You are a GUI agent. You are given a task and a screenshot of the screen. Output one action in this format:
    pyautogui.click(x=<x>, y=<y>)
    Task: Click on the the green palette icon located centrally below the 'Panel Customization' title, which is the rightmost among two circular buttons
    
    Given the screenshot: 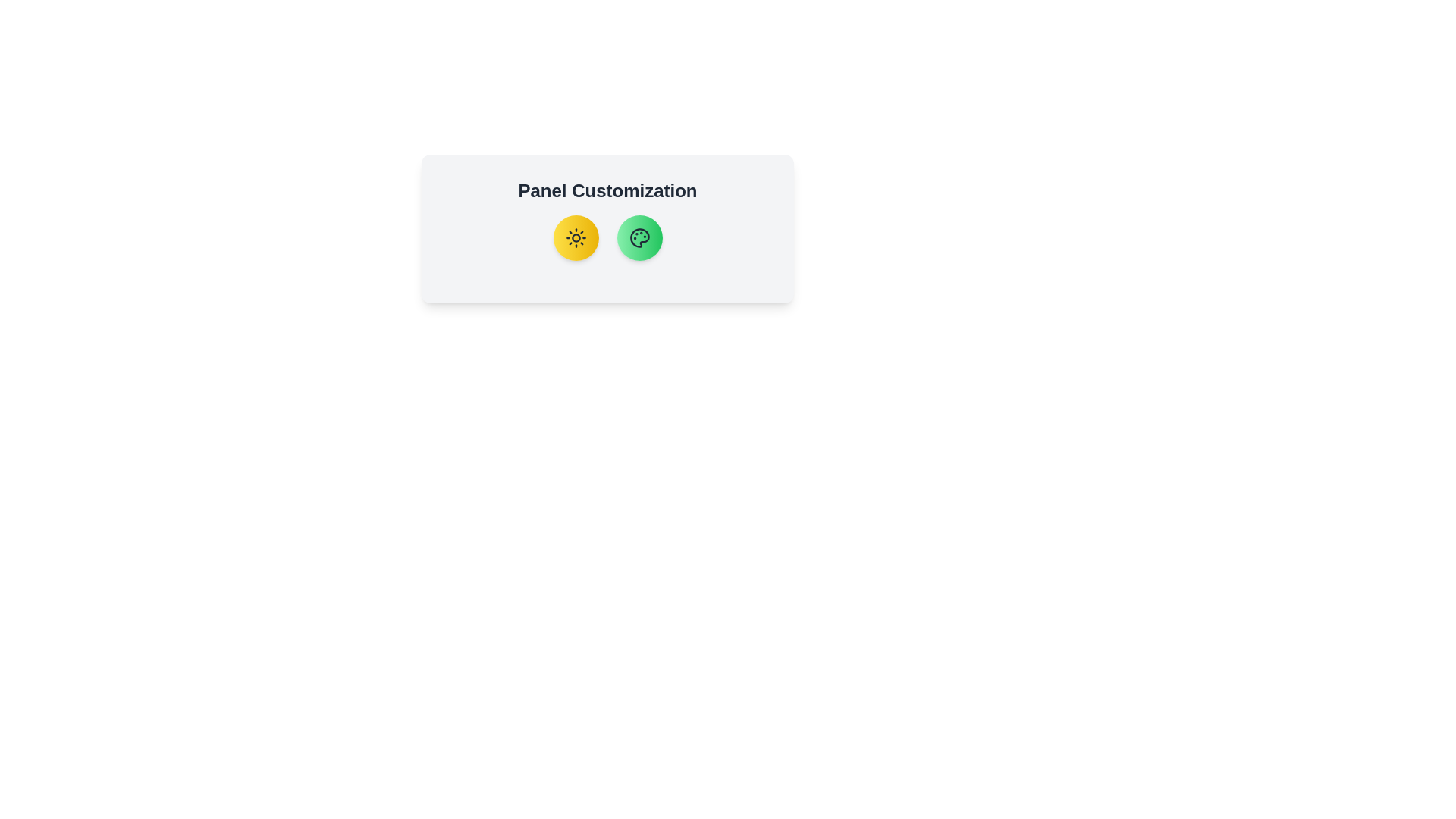 What is the action you would take?
    pyautogui.click(x=639, y=237)
    